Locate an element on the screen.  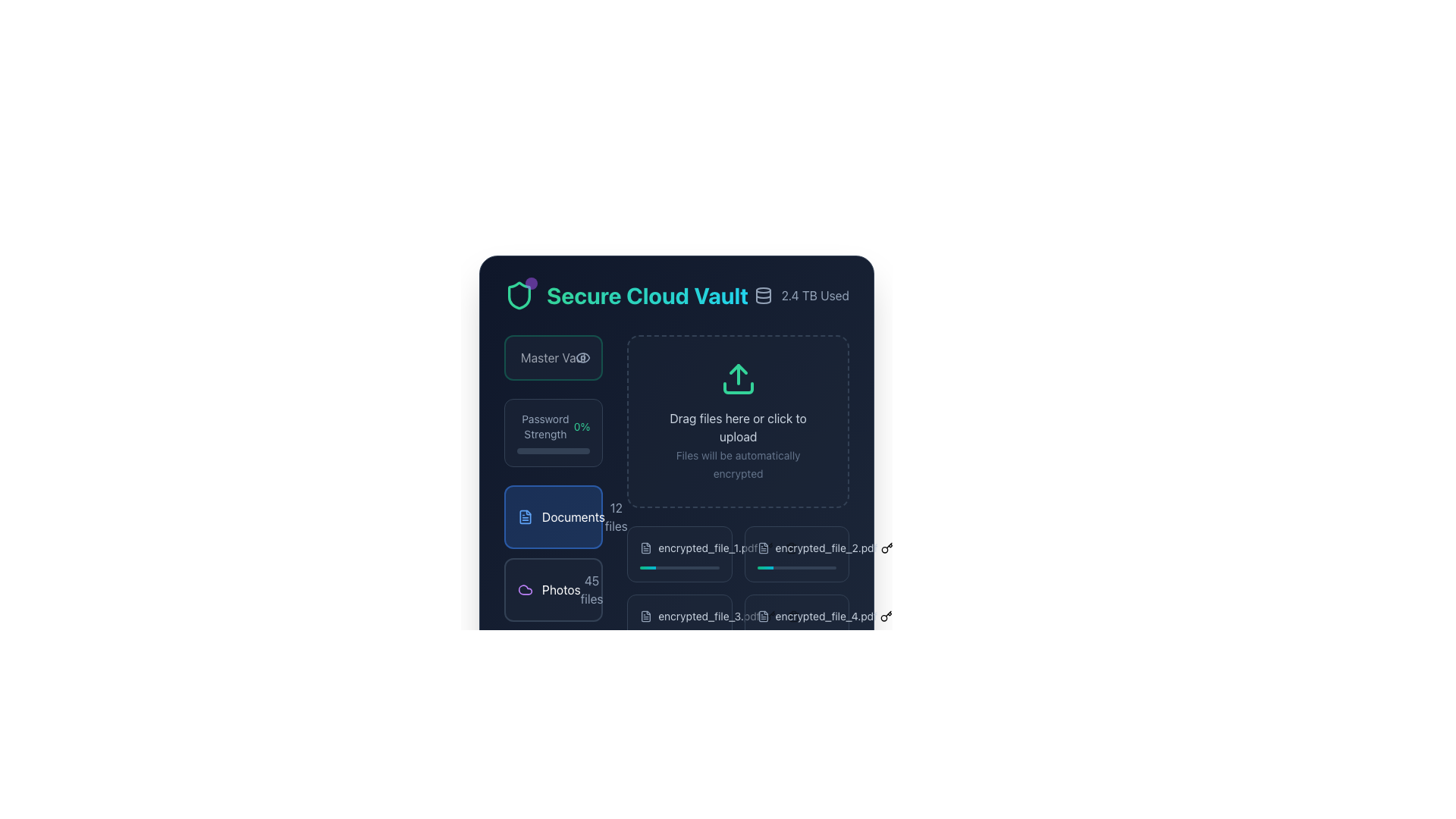
the 'photos' category icon, which is visually represented to the left of the text 'photos' and aligns with the numerical indicator '45 files' is located at coordinates (525, 589).